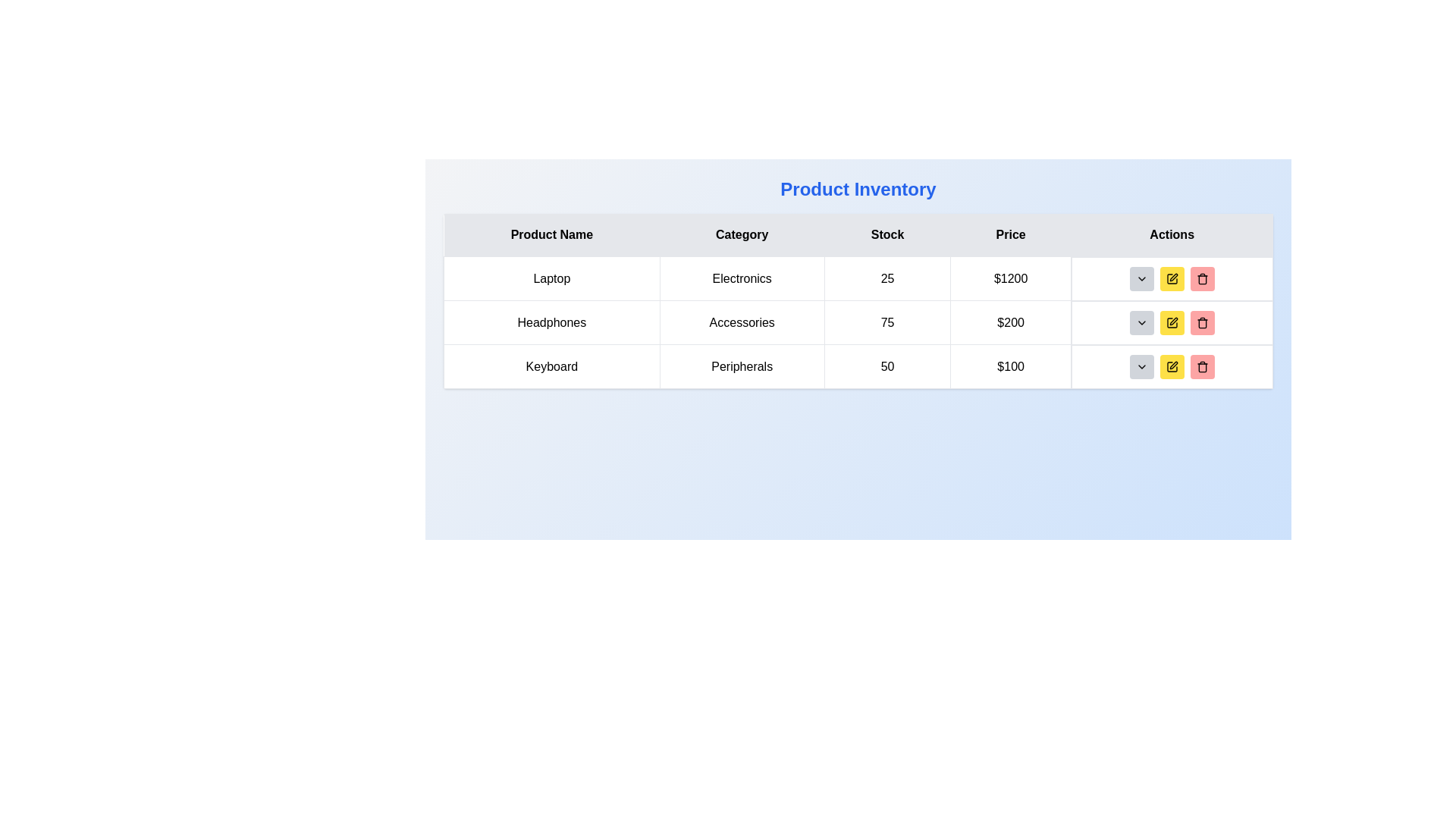  I want to click on the 'Category' label for the 'Headphones' product entry in the table, so click(742, 322).